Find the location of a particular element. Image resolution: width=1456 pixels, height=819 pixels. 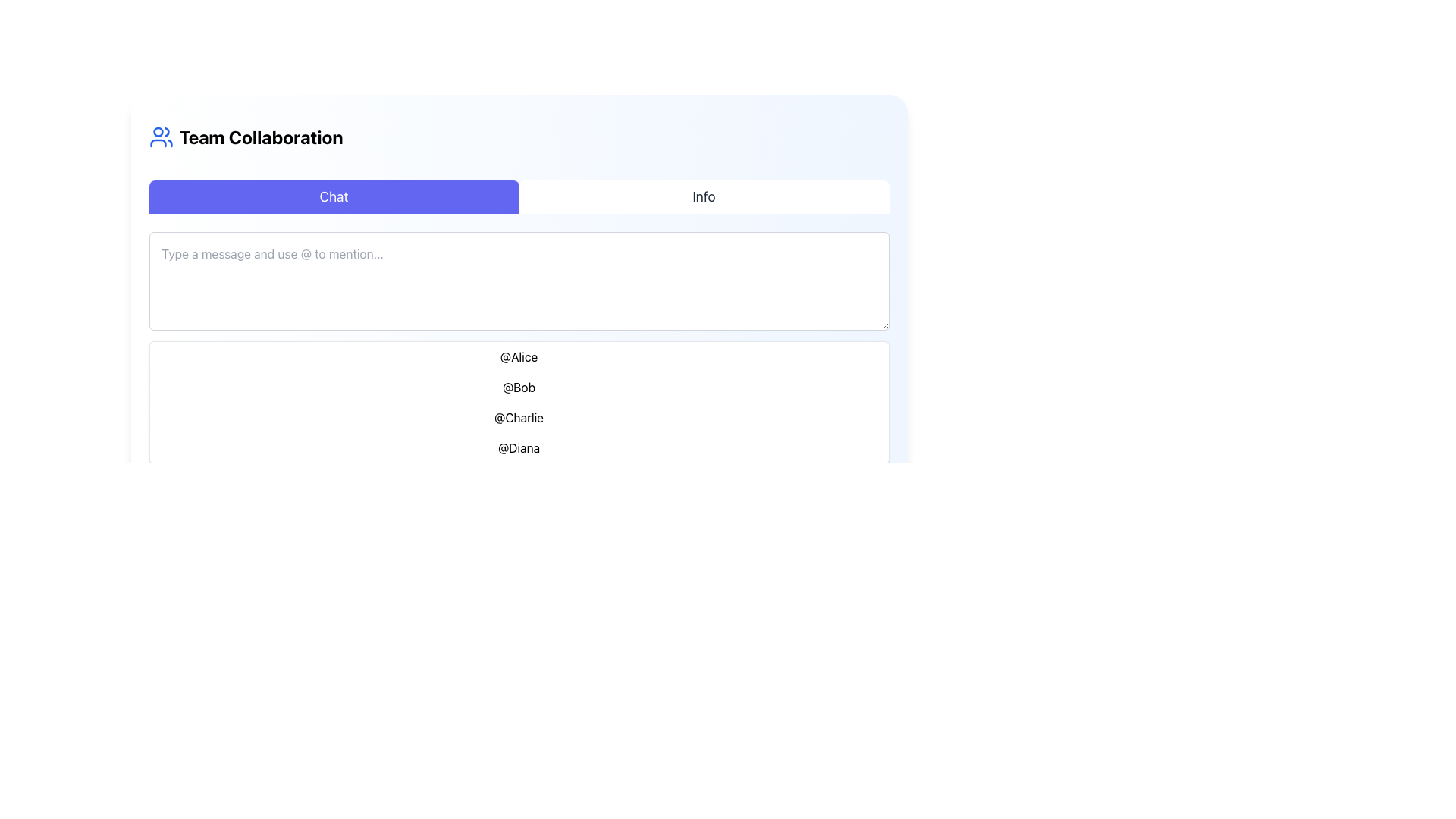

the text label element displaying '@Diana' is located at coordinates (519, 447).